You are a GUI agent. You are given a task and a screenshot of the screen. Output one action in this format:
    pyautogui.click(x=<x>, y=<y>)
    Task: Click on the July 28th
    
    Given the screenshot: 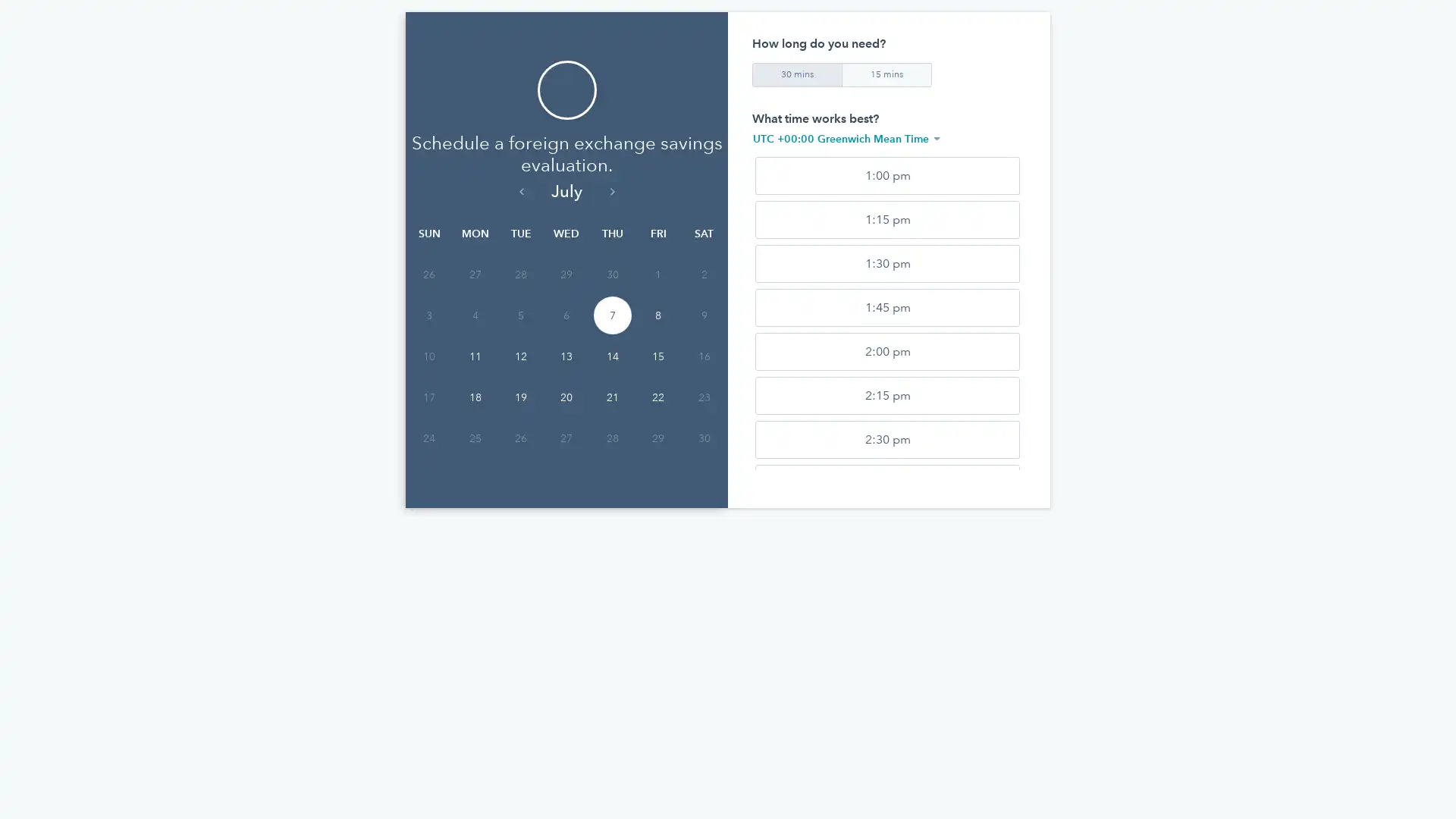 What is the action you would take?
    pyautogui.click(x=611, y=438)
    